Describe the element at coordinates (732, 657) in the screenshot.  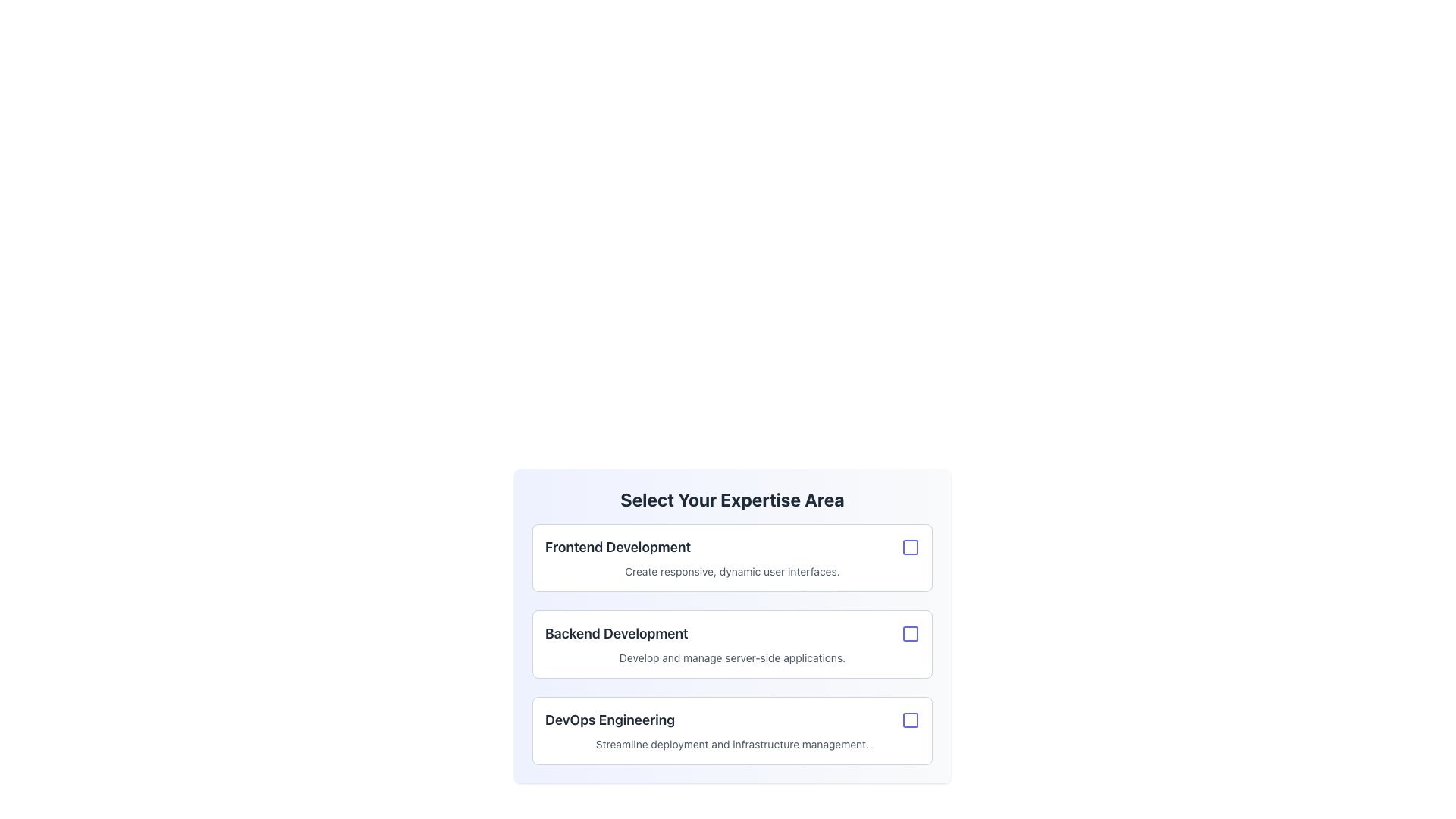
I see `the descriptive text that reads 'Develop and manage server-side applications.' located beneath the 'Backend Development' header` at that location.